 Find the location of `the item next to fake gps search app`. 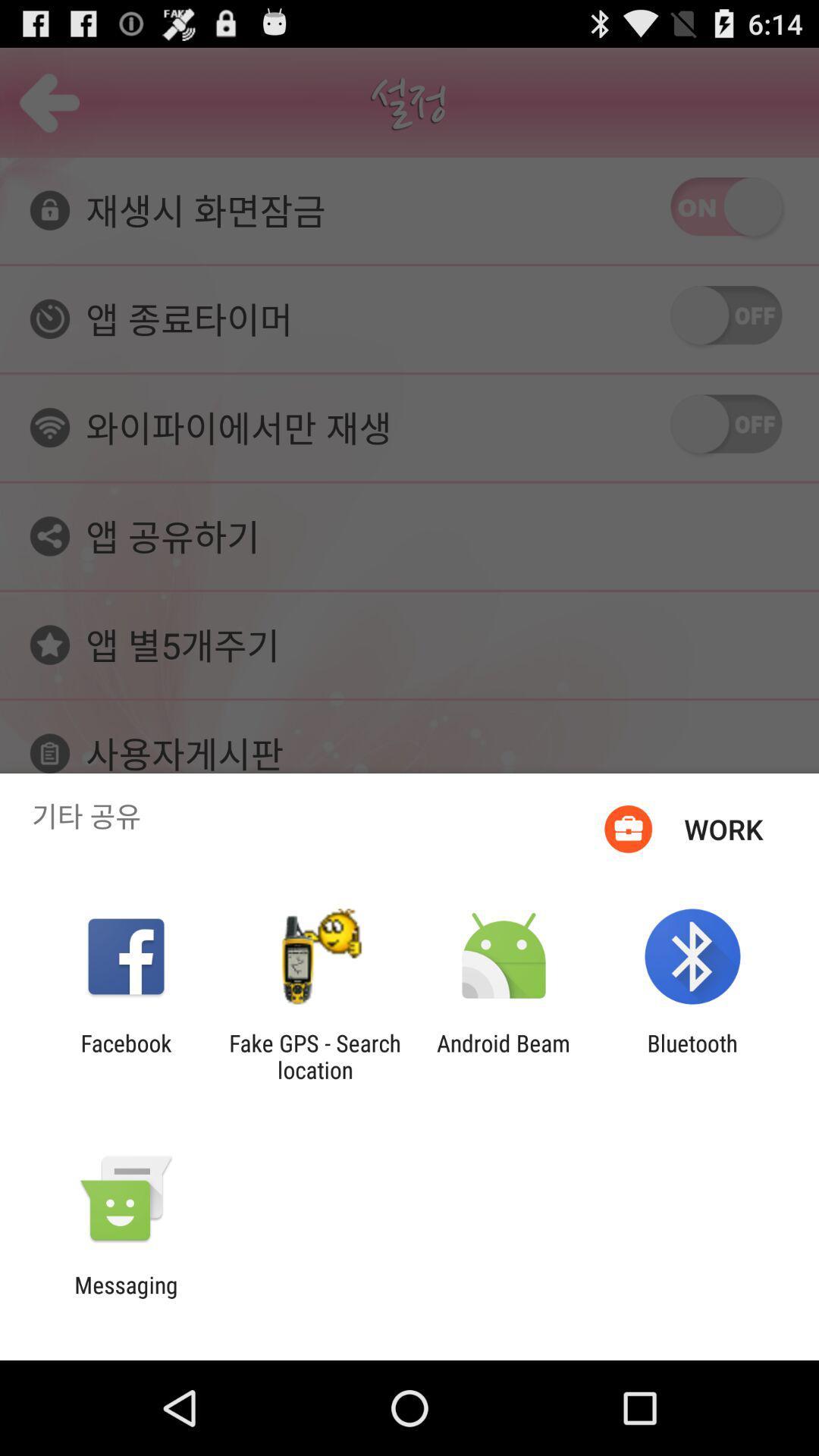

the item next to fake gps search app is located at coordinates (504, 1056).